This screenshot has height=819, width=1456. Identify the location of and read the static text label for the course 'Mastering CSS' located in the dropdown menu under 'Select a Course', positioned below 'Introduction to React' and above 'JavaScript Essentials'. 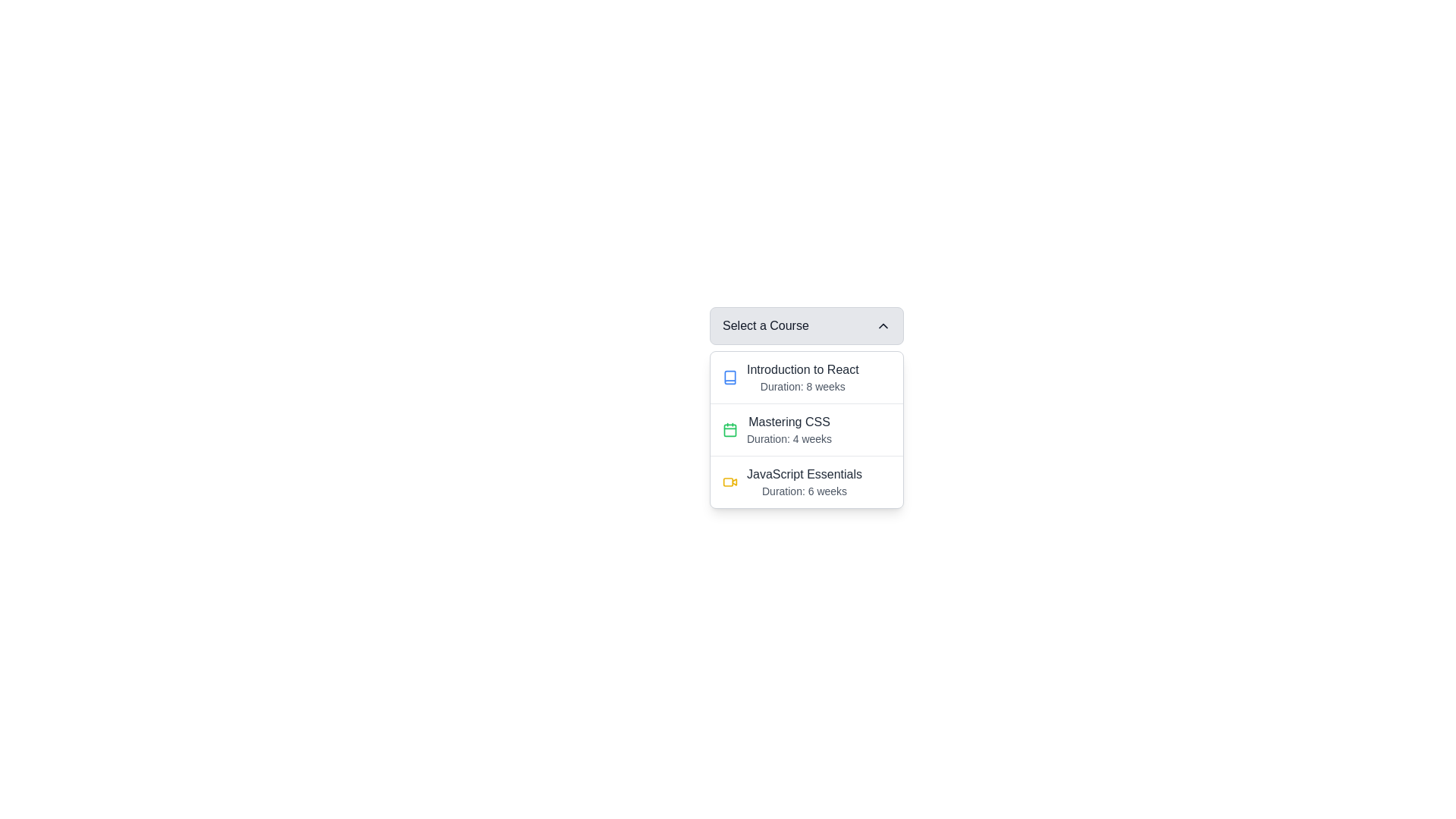
(789, 422).